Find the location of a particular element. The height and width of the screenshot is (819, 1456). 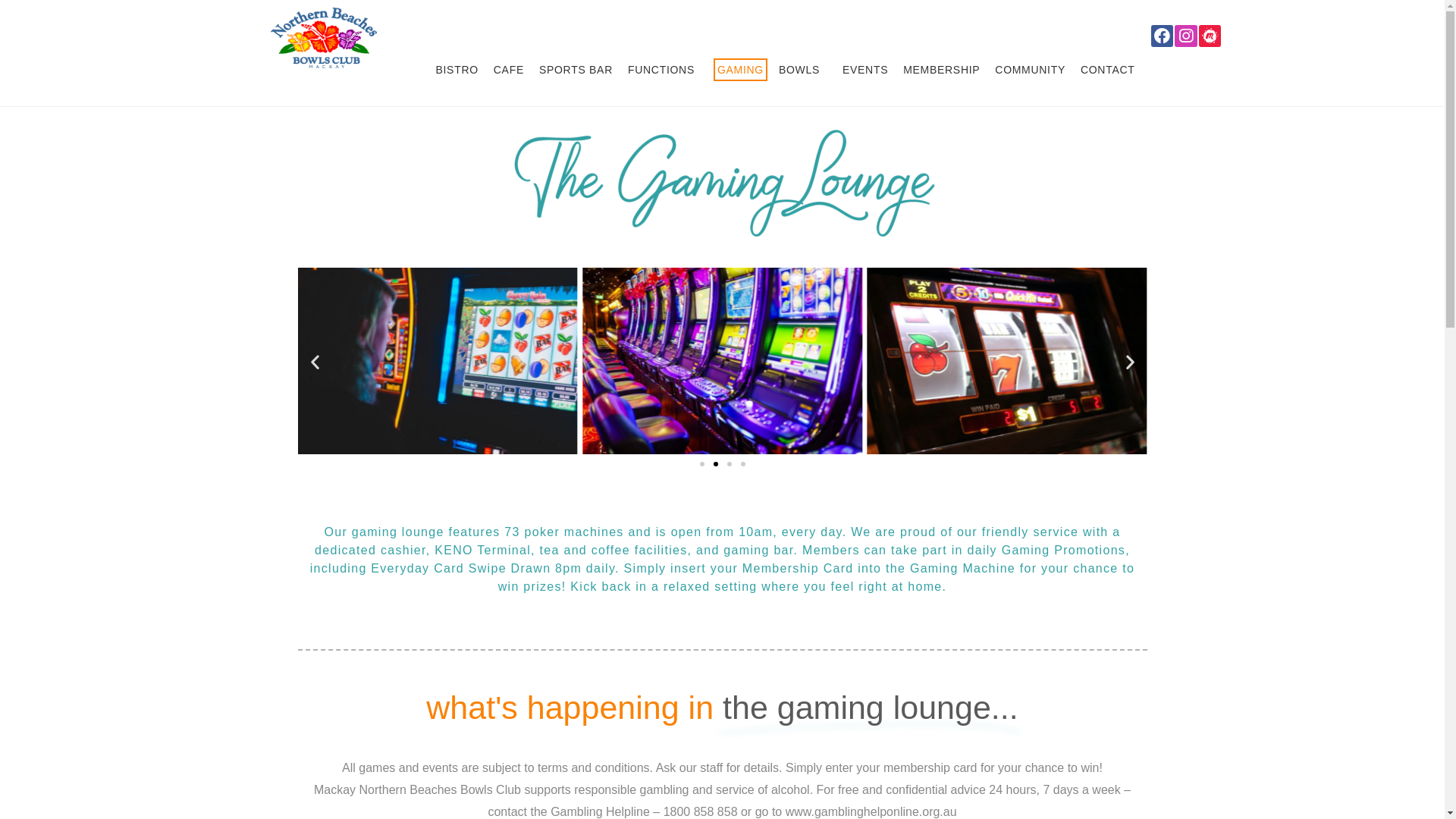

'SPORTS BAR' is located at coordinates (575, 70).